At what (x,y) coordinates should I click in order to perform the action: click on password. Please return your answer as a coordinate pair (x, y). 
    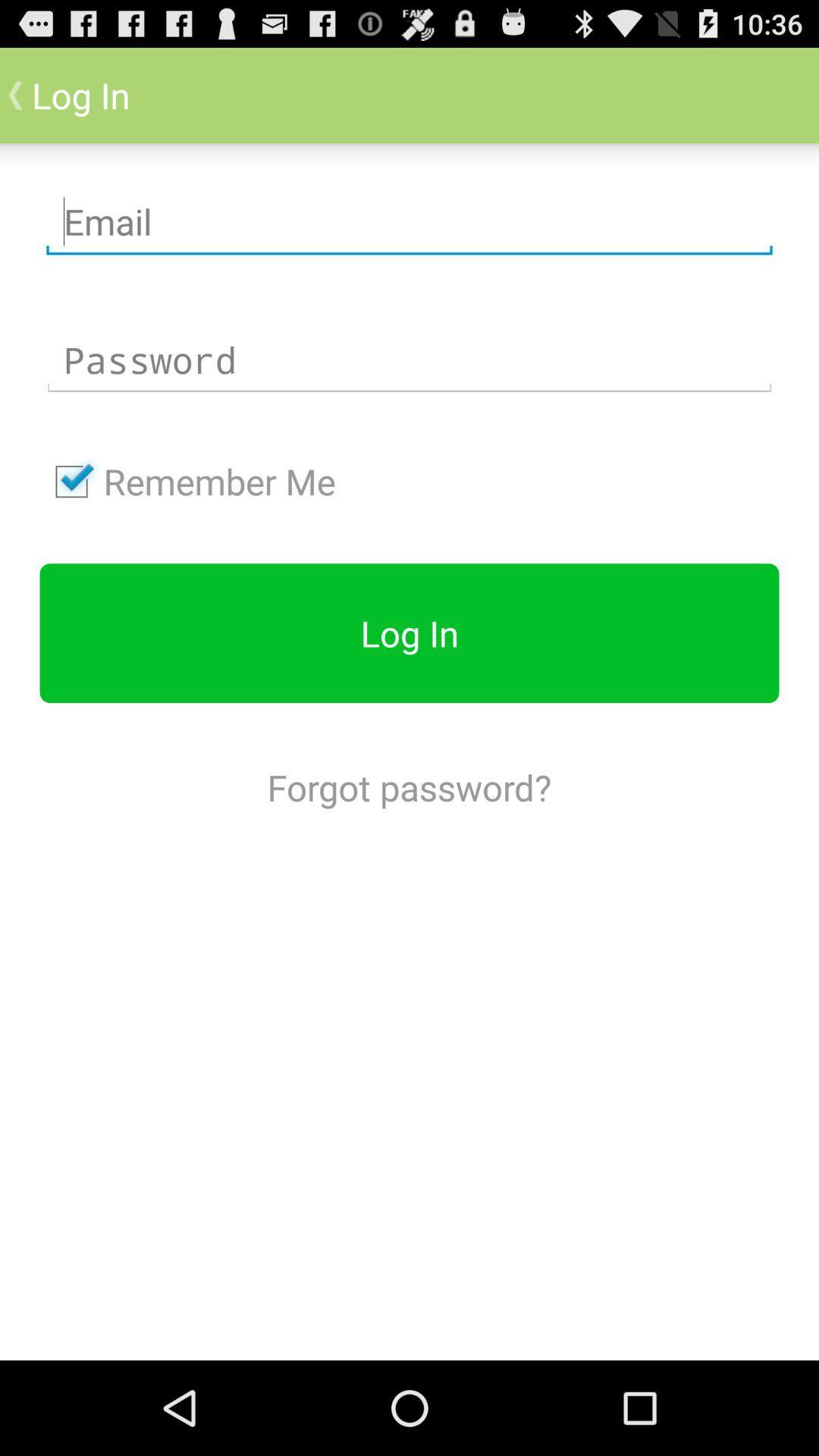
    Looking at the image, I should click on (409, 359).